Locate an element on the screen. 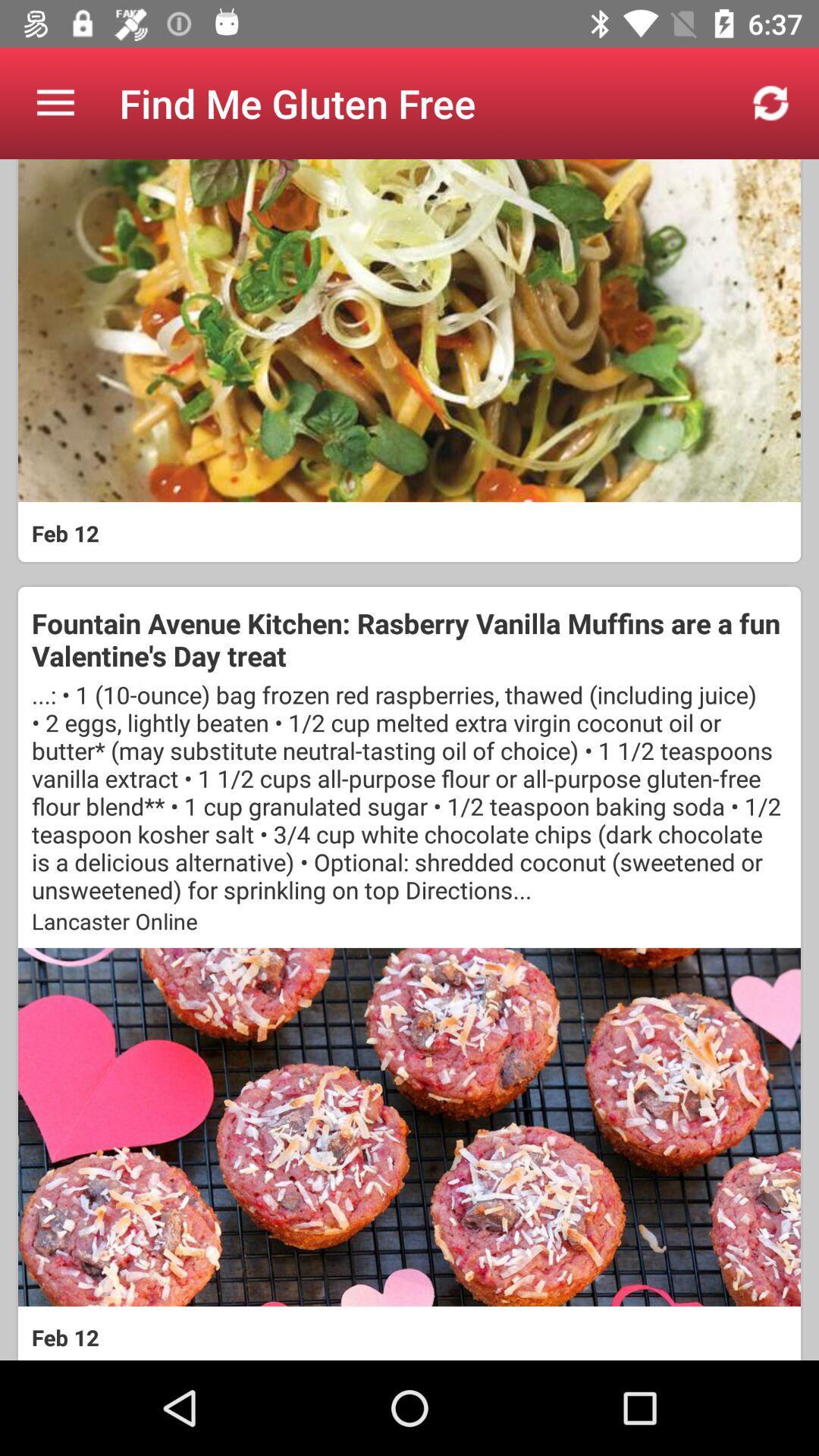 This screenshot has width=819, height=1456. item below feb 12 item is located at coordinates (409, 639).